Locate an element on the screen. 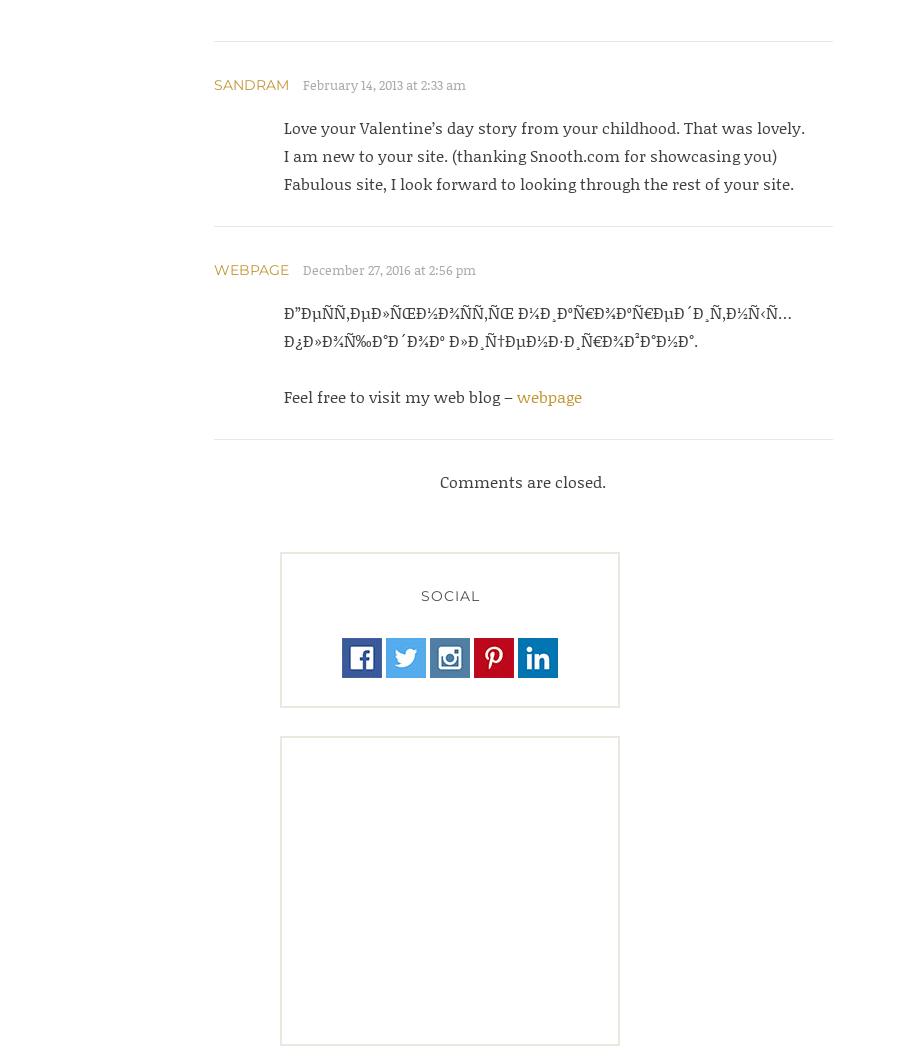 This screenshot has width=900, height=1059. 'Comments are closed.' is located at coordinates (521, 481).